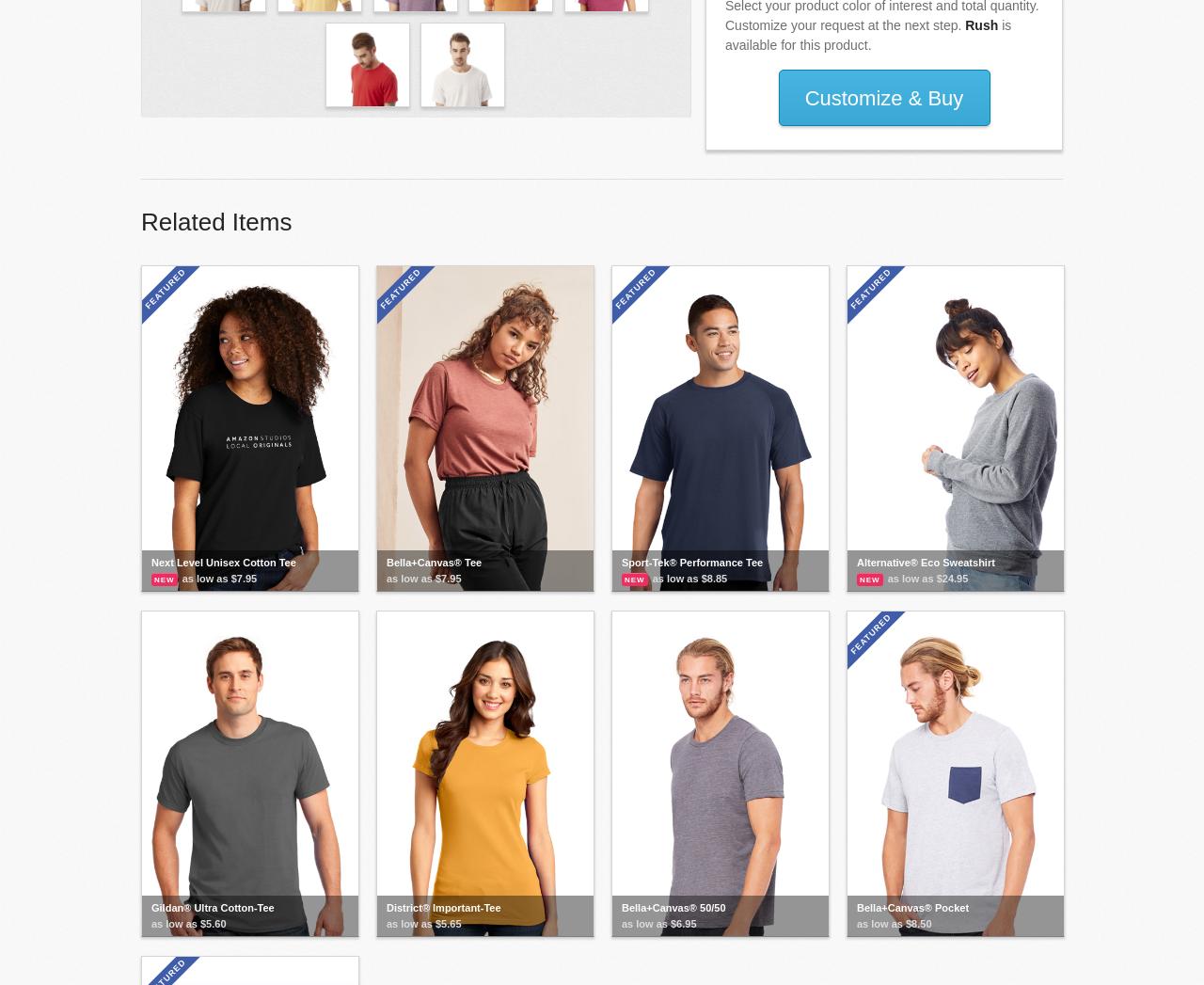 The width and height of the screenshot is (1204, 985). What do you see at coordinates (927, 576) in the screenshot?
I see `'as low as $24.95'` at bounding box center [927, 576].